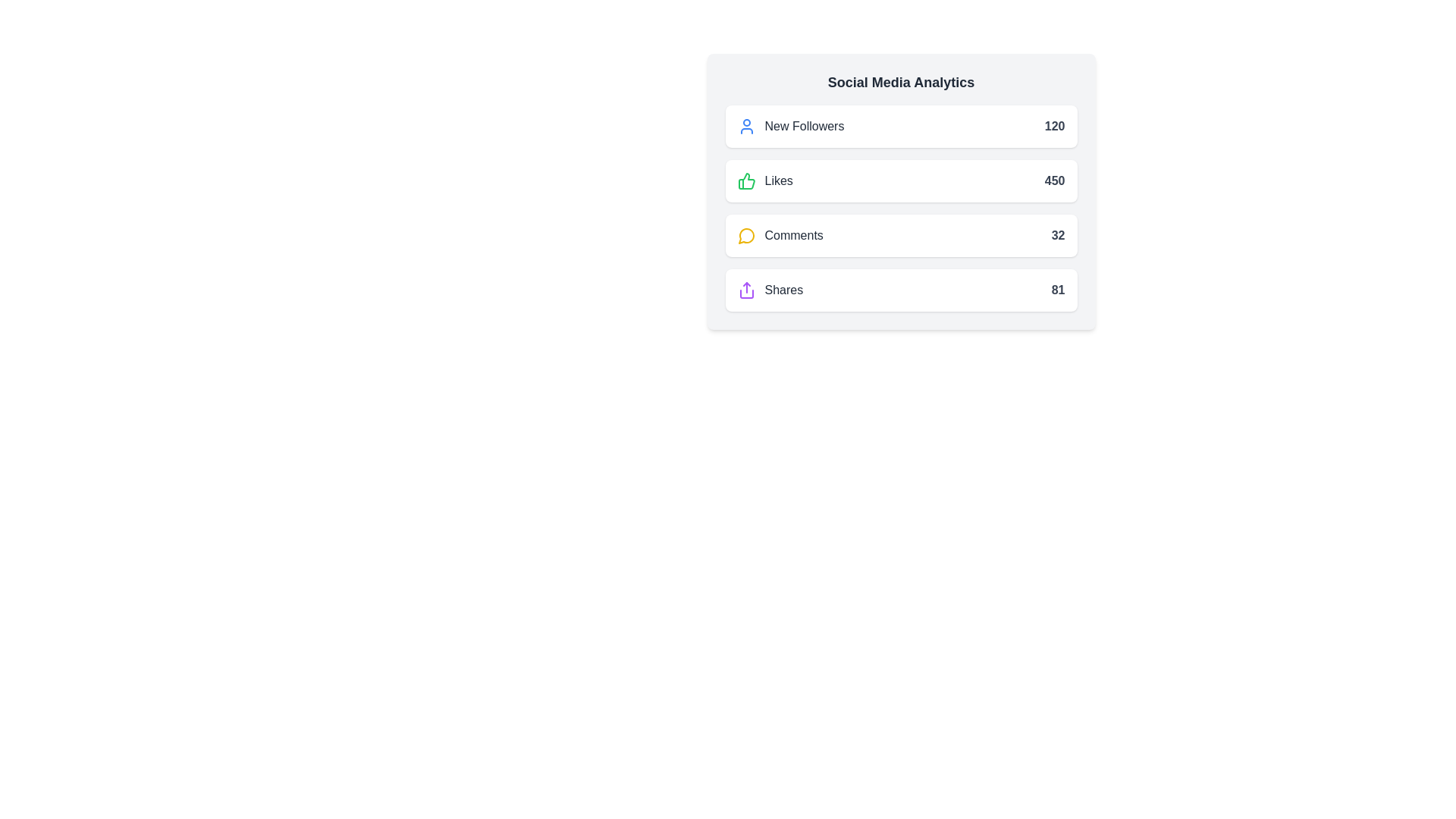 Image resolution: width=1456 pixels, height=819 pixels. Describe the element at coordinates (803, 125) in the screenshot. I see `the text label reading 'New Followers', which is styled with a medium font weight and gray color, located to the right of a user profile icon in the 'Social Media Analytics' card` at that location.